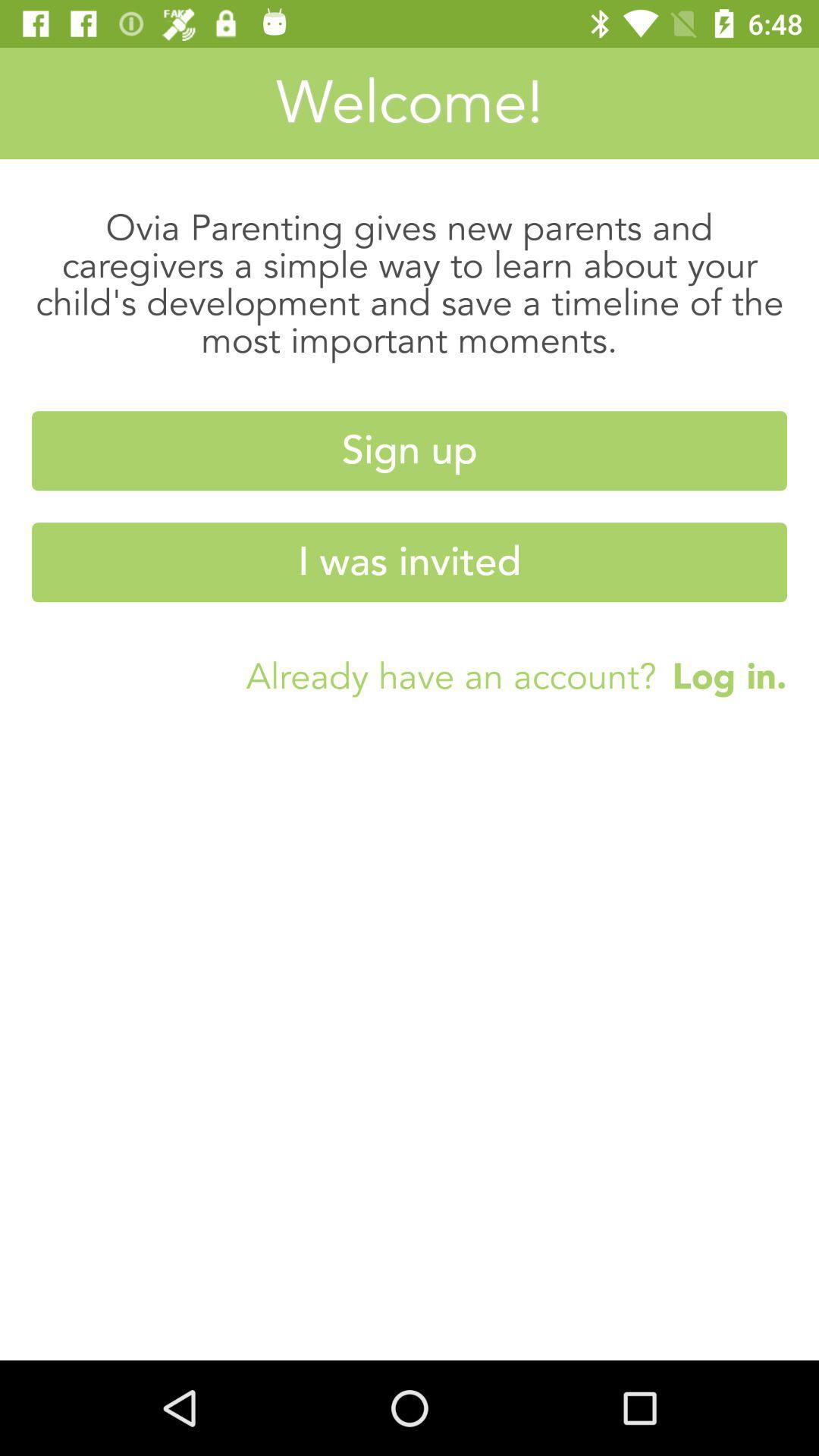 The image size is (819, 1456). Describe the element at coordinates (720, 675) in the screenshot. I see `the log in. on the right` at that location.